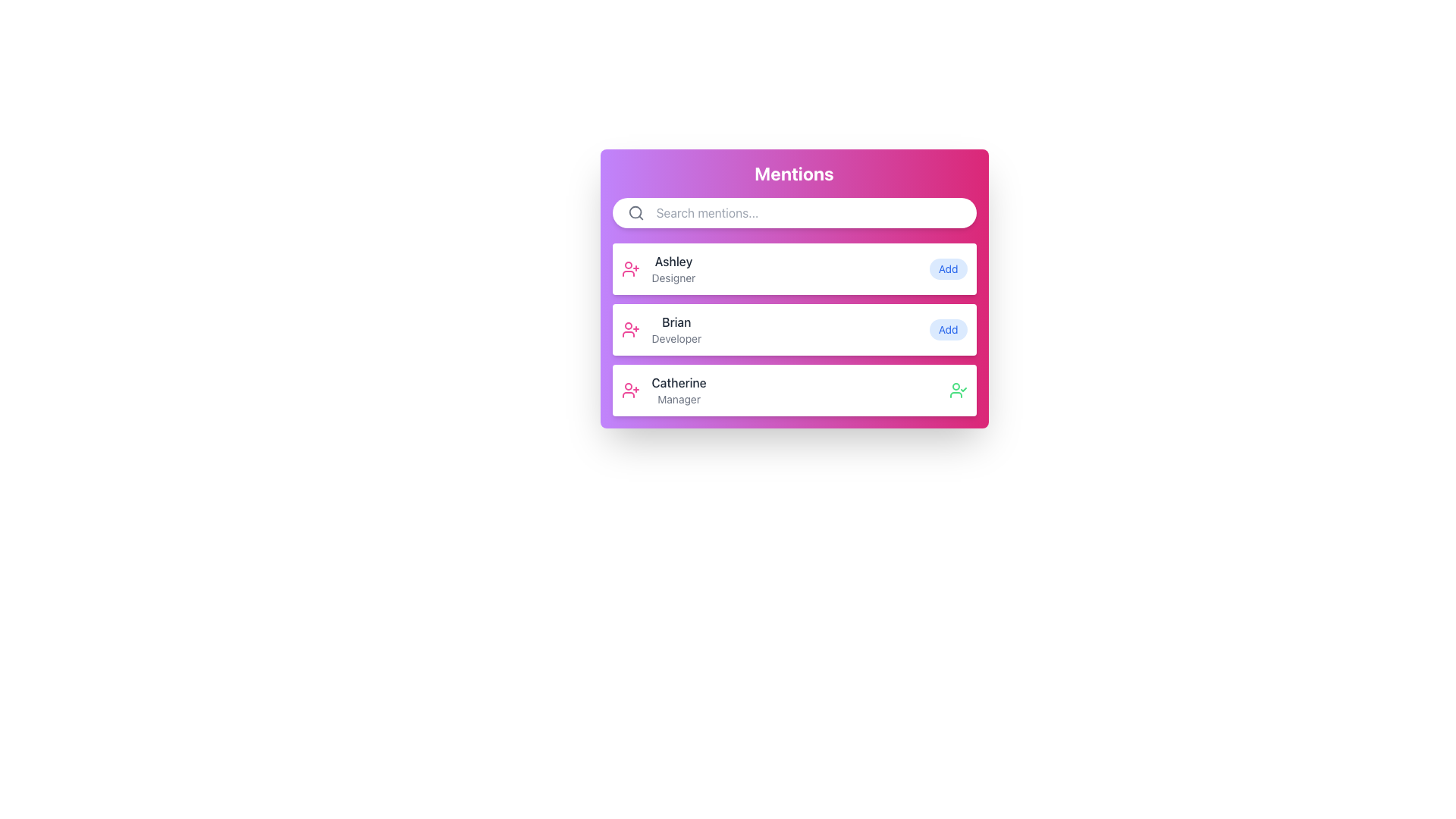 The height and width of the screenshot is (819, 1456). I want to click on the first user profile summary element for 'Ashley' in the card interface, so click(793, 268).